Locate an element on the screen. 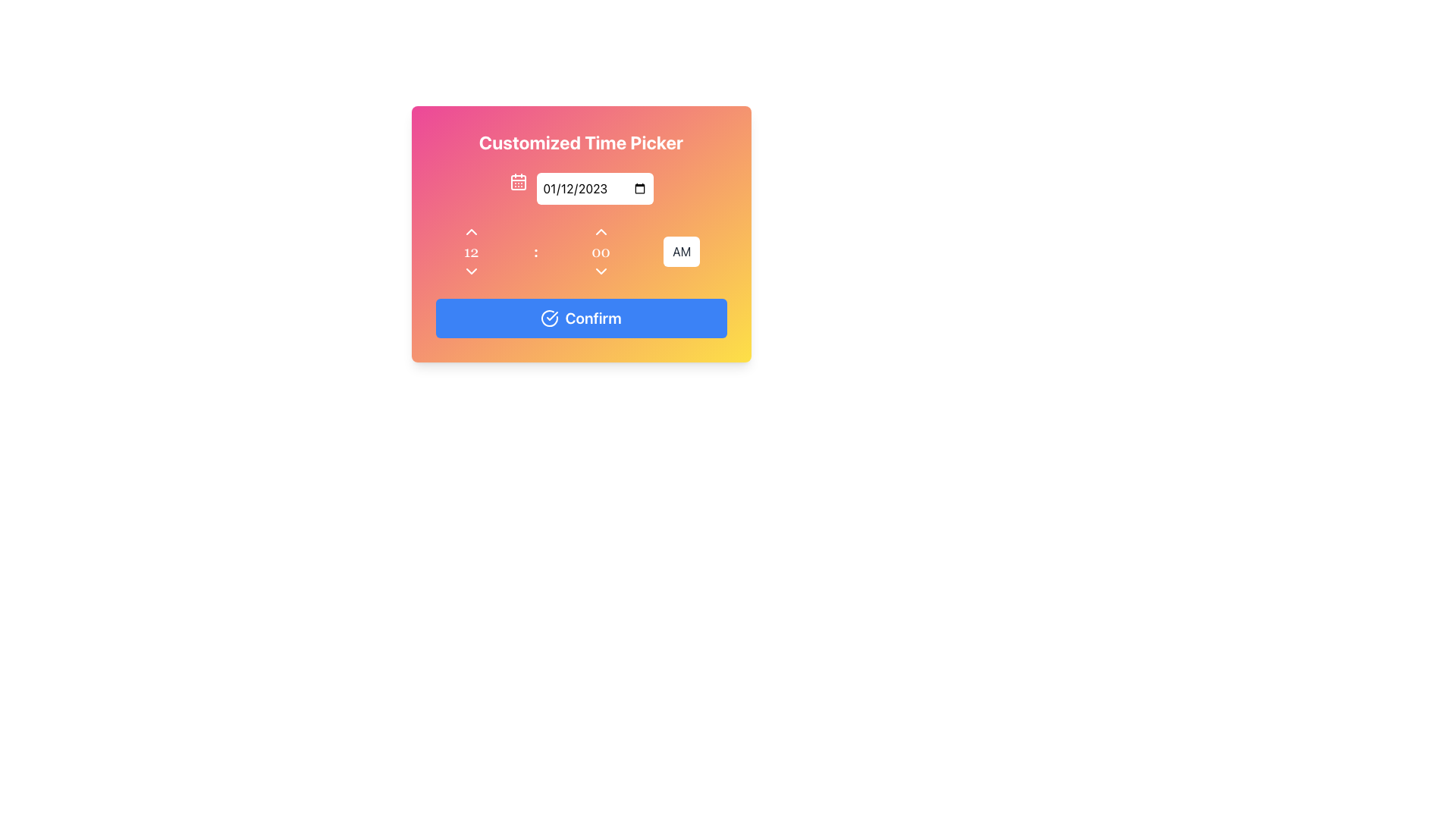 The width and height of the screenshot is (1456, 819). the central rounded square inside the calendar icon, which is situated to the left of the date input field labeled '01/12/2023' is located at coordinates (518, 181).